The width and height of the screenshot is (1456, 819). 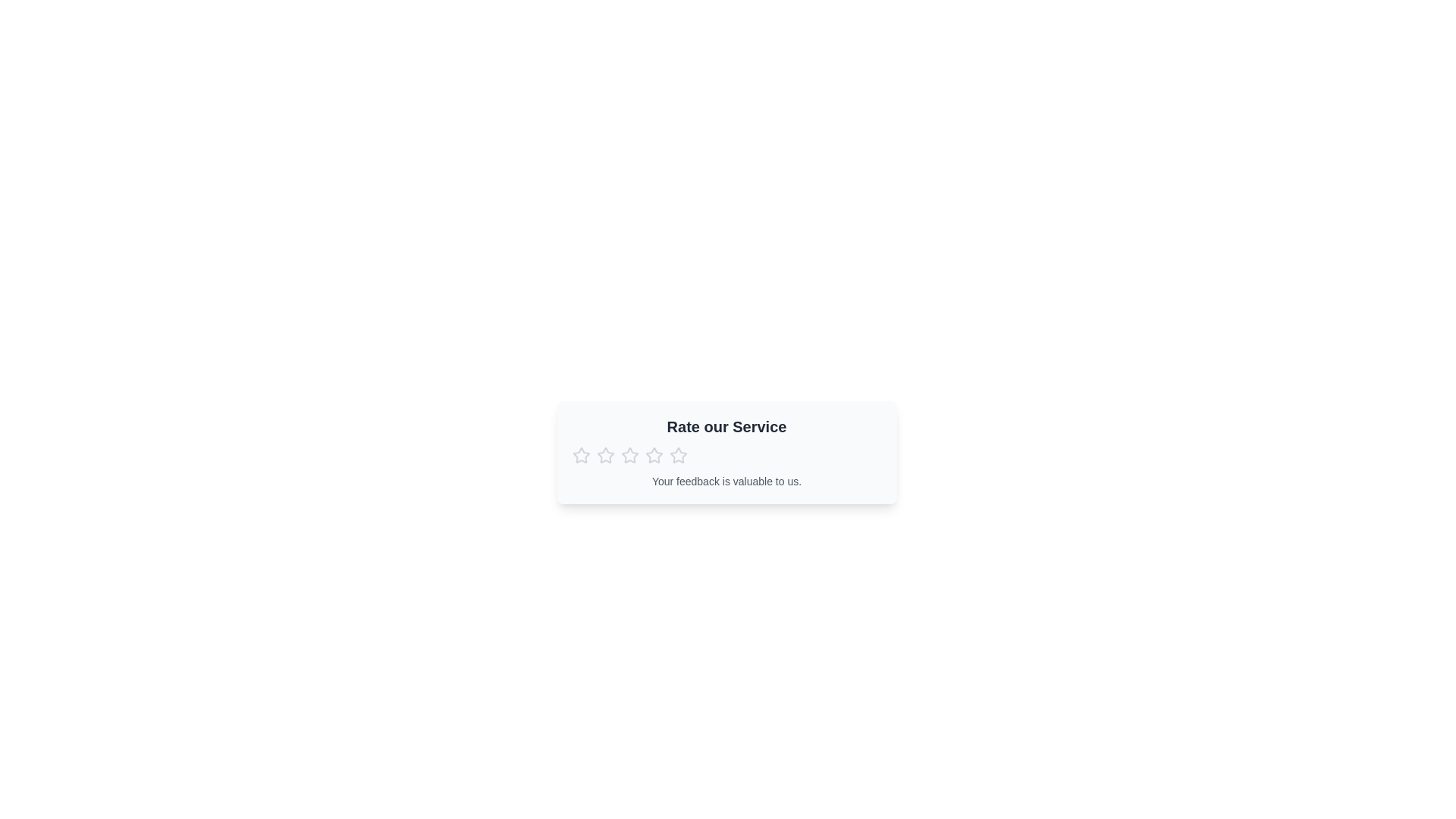 What do you see at coordinates (654, 454) in the screenshot?
I see `the third star icon in the rating indicator` at bounding box center [654, 454].